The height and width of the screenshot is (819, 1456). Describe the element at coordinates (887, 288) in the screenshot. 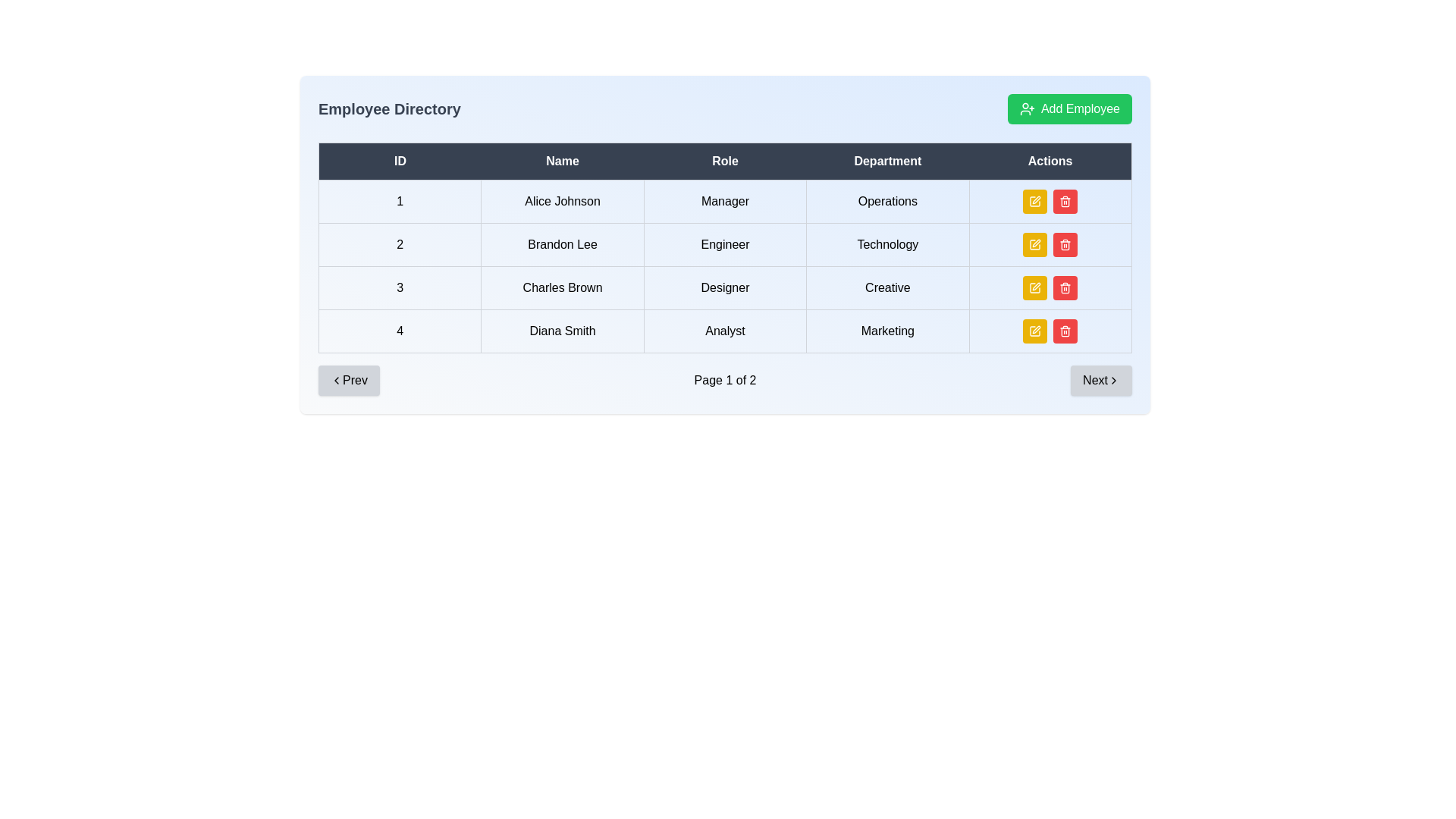

I see `the 'Creative' text label in the fourth column of the table associated with 'Charles Brown'` at that location.